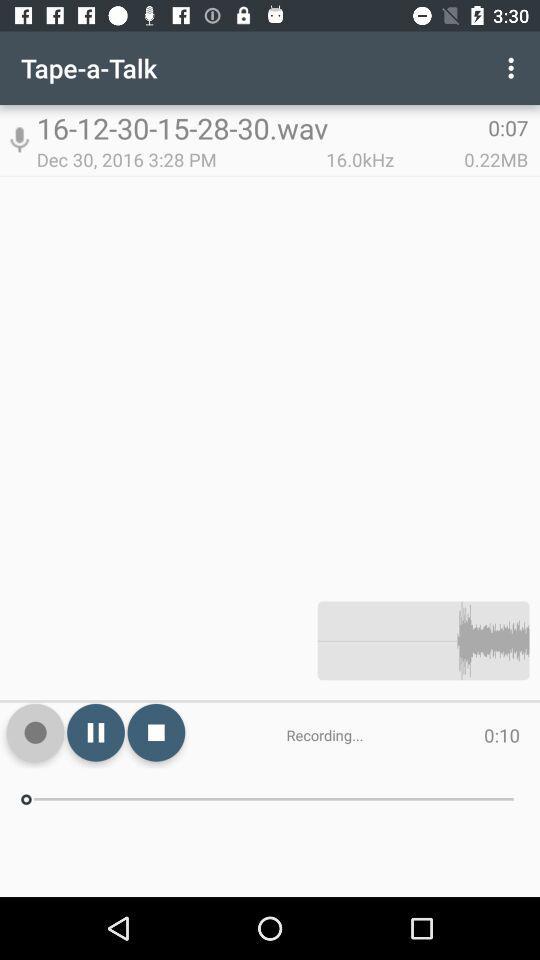 The height and width of the screenshot is (960, 540). I want to click on the pause icon, so click(95, 731).